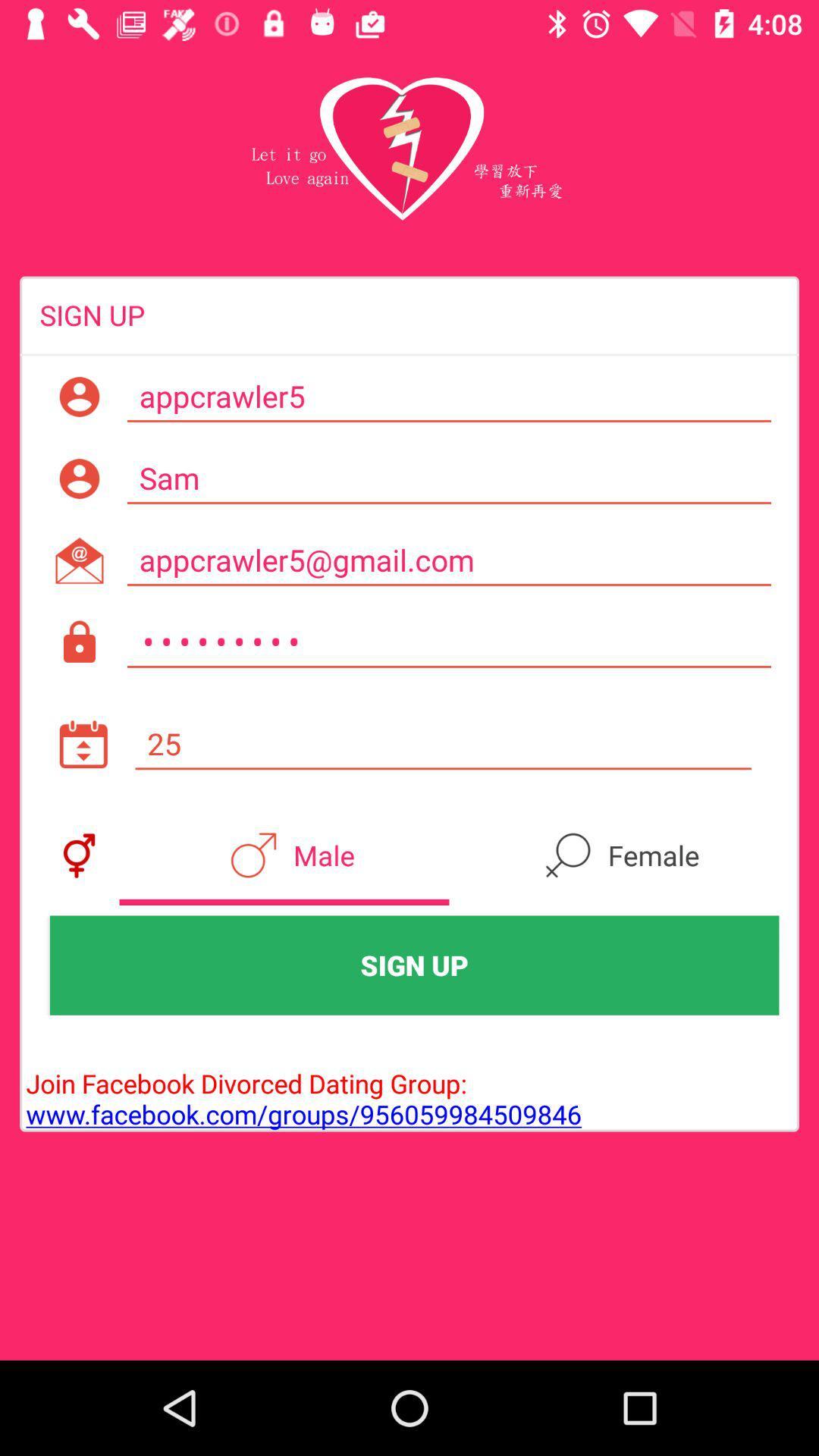 This screenshot has width=819, height=1456. Describe the element at coordinates (448, 560) in the screenshot. I see `appcrawler5@gmail.com item` at that location.